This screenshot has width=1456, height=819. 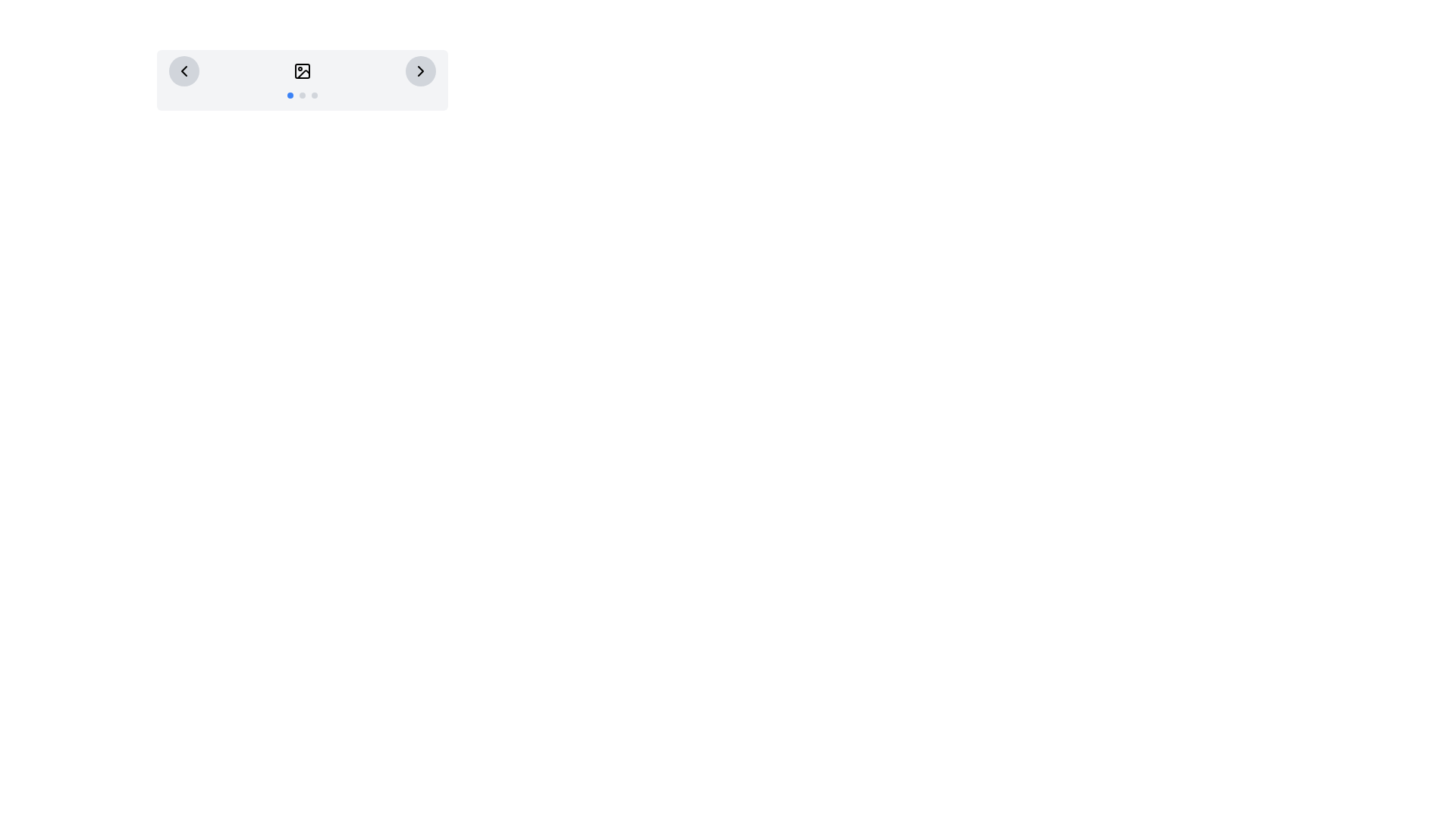 I want to click on the middle dot of the Pagination Indicator, which is a horizontal arrangement of three small dots with the middle dot in light gray color, so click(x=302, y=96).